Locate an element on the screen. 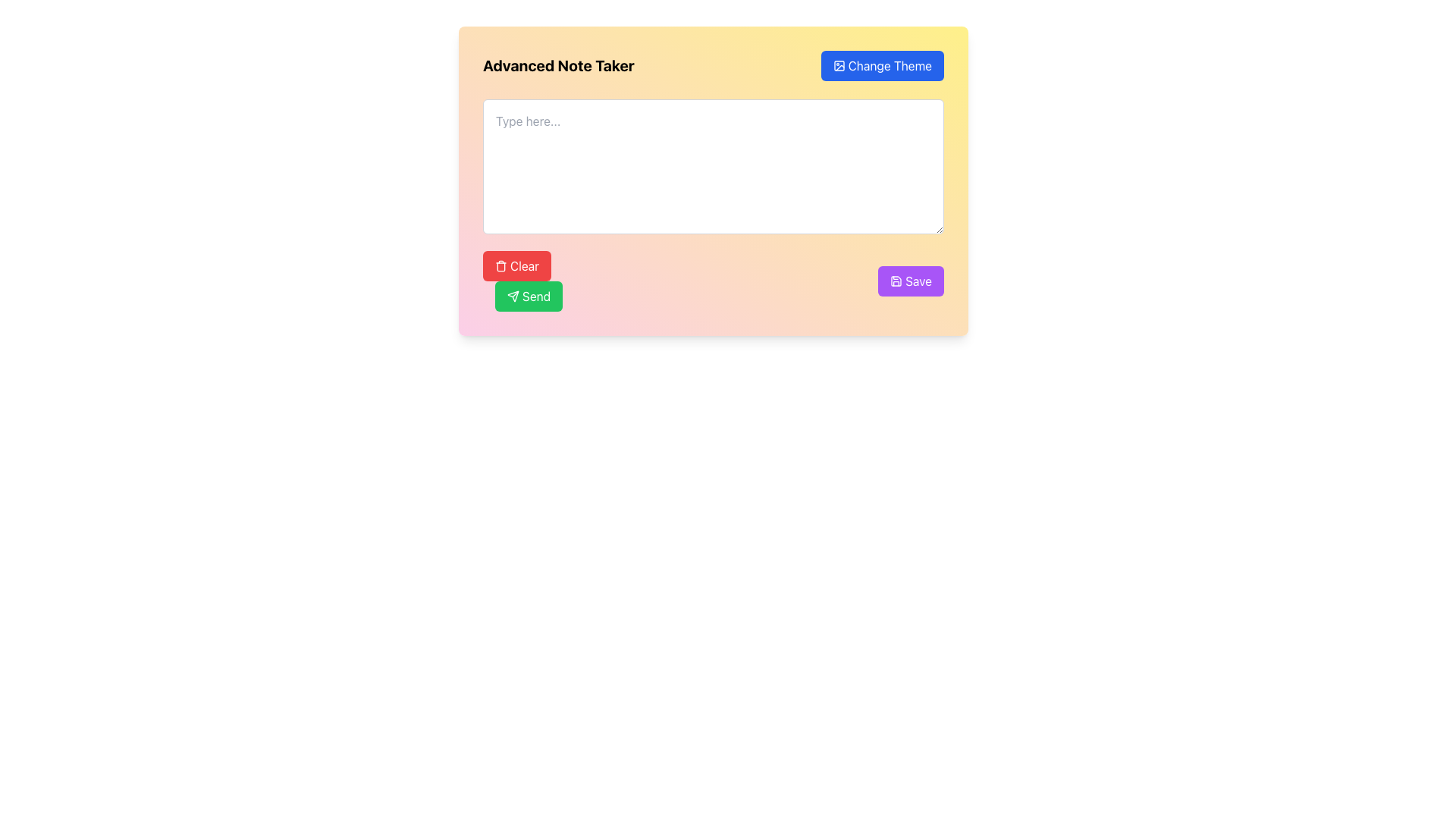 This screenshot has height=819, width=1456. the 'Send' icon, which is represented by a button located in the bottom-left corner of the panel, below the text input area is located at coordinates (513, 296).